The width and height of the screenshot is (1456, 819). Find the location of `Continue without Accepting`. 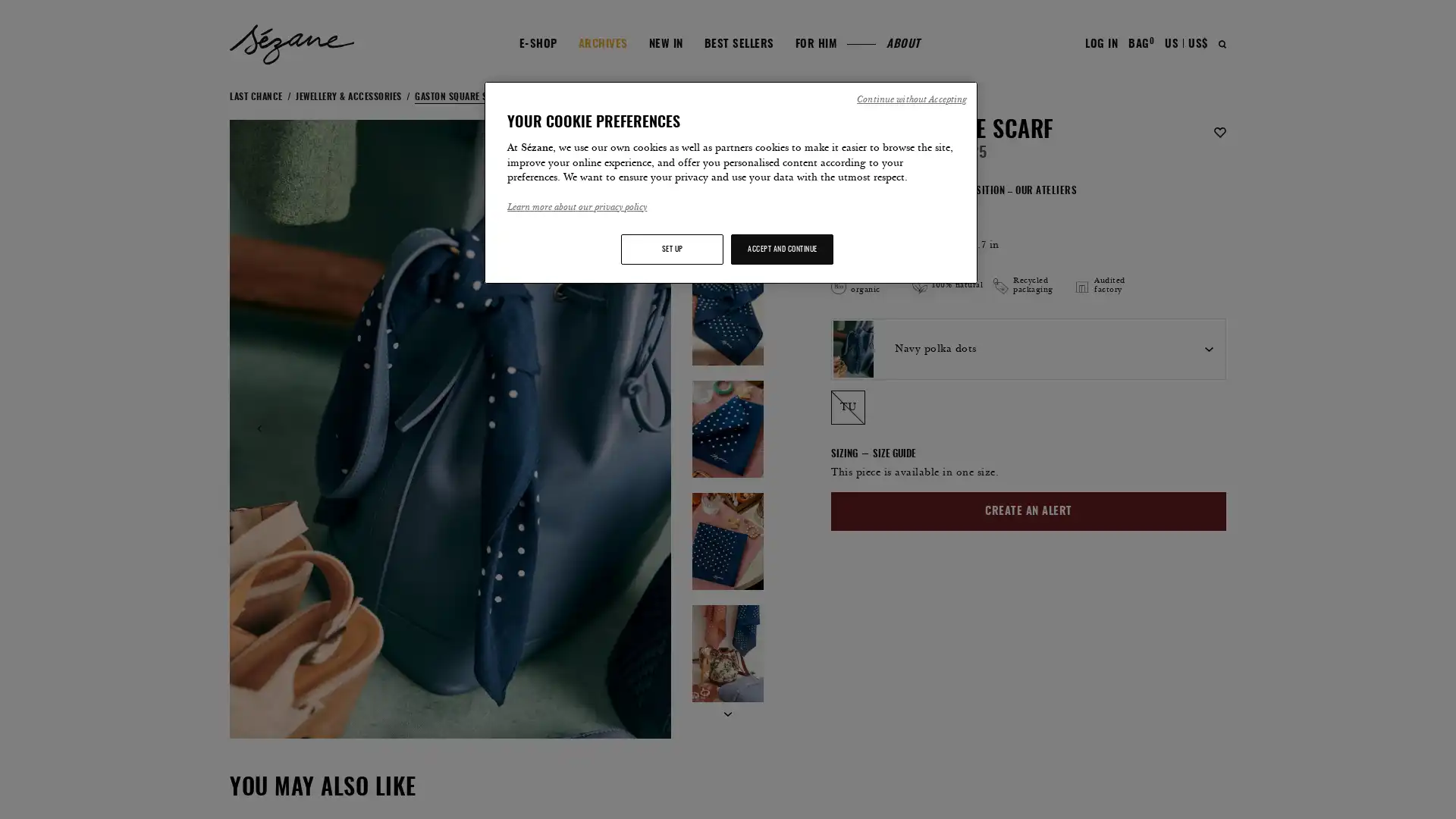

Continue without Accepting is located at coordinates (910, 99).